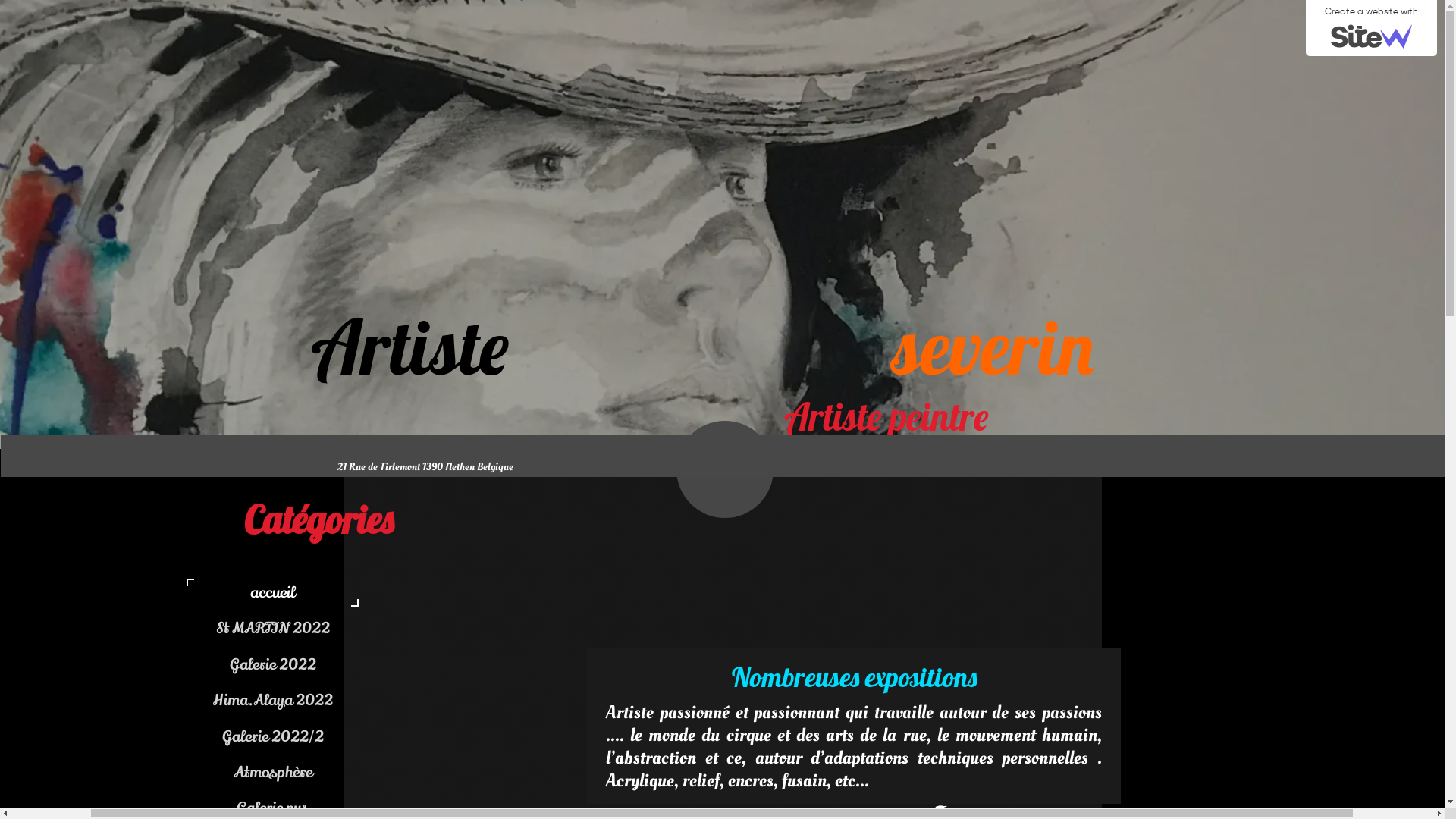 This screenshot has height=819, width=1456. What do you see at coordinates (362, 628) in the screenshot?
I see `'St MARTIN 2022'` at bounding box center [362, 628].